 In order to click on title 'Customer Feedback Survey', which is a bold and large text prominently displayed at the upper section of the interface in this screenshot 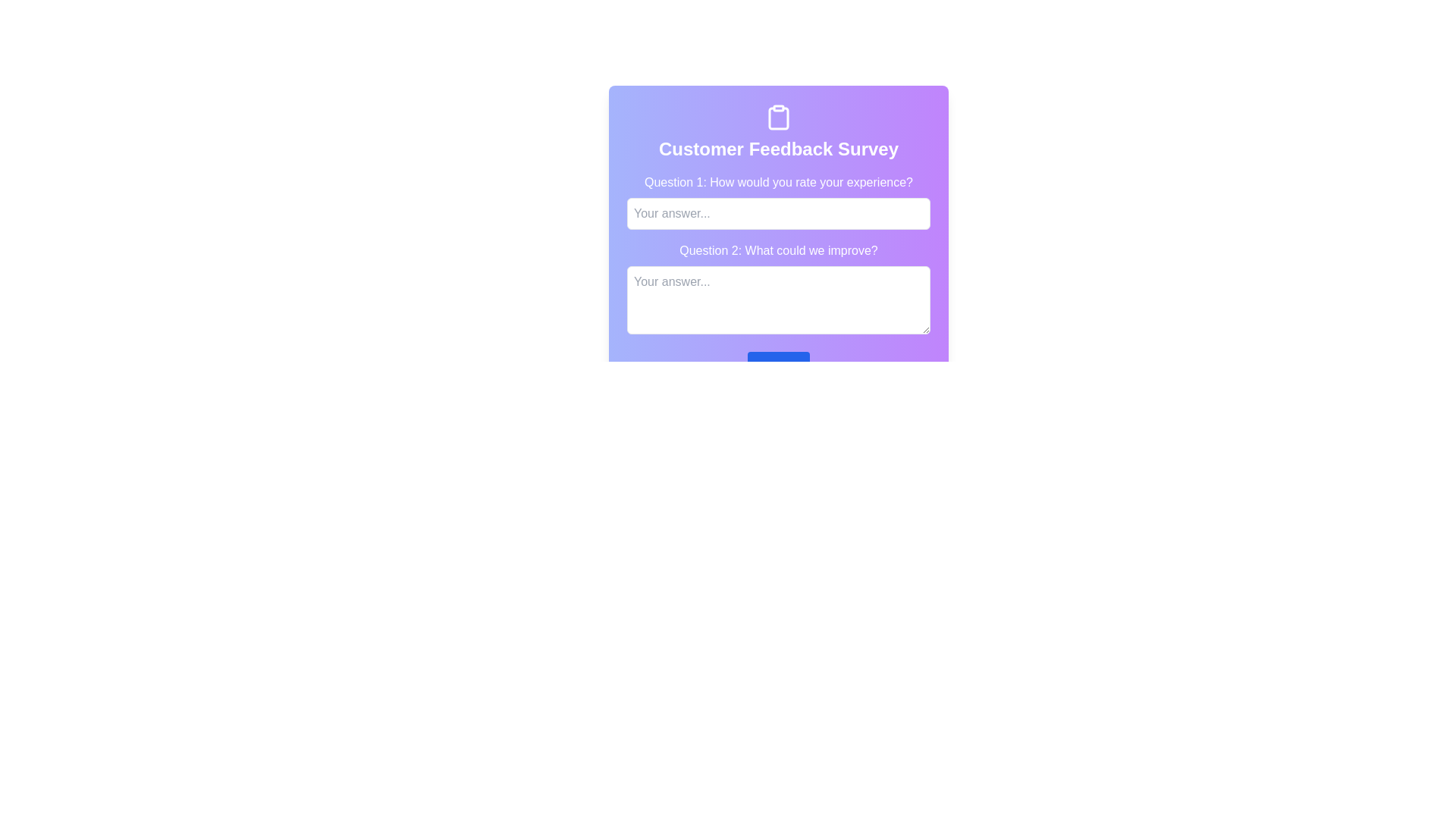, I will do `click(779, 149)`.